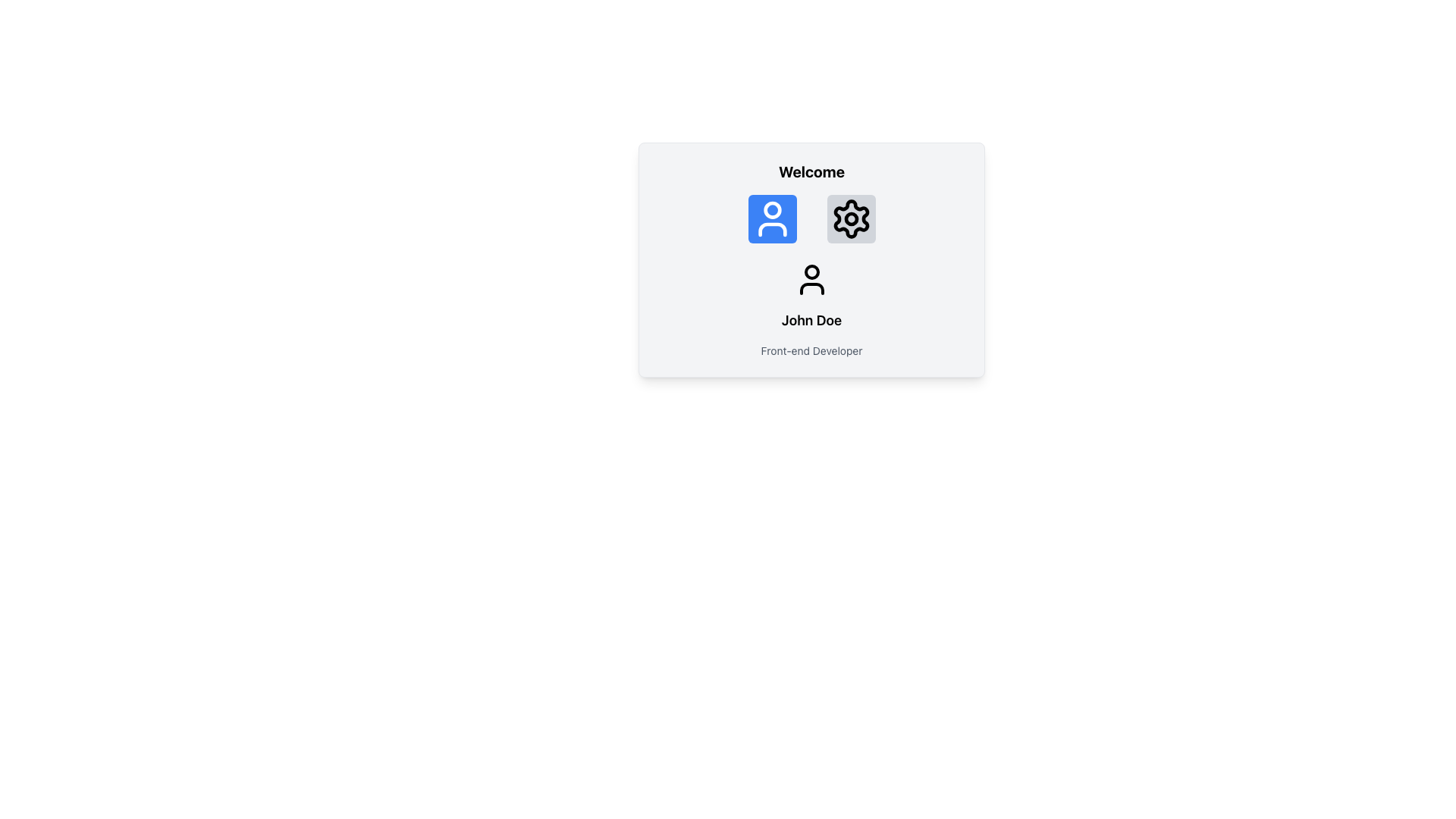 Image resolution: width=1456 pixels, height=819 pixels. Describe the element at coordinates (811, 350) in the screenshot. I see `the text label displaying the job title or role for the user, located at the bottom of the vertically-arranged group containing an icon and the bold name 'John Doe'` at that location.